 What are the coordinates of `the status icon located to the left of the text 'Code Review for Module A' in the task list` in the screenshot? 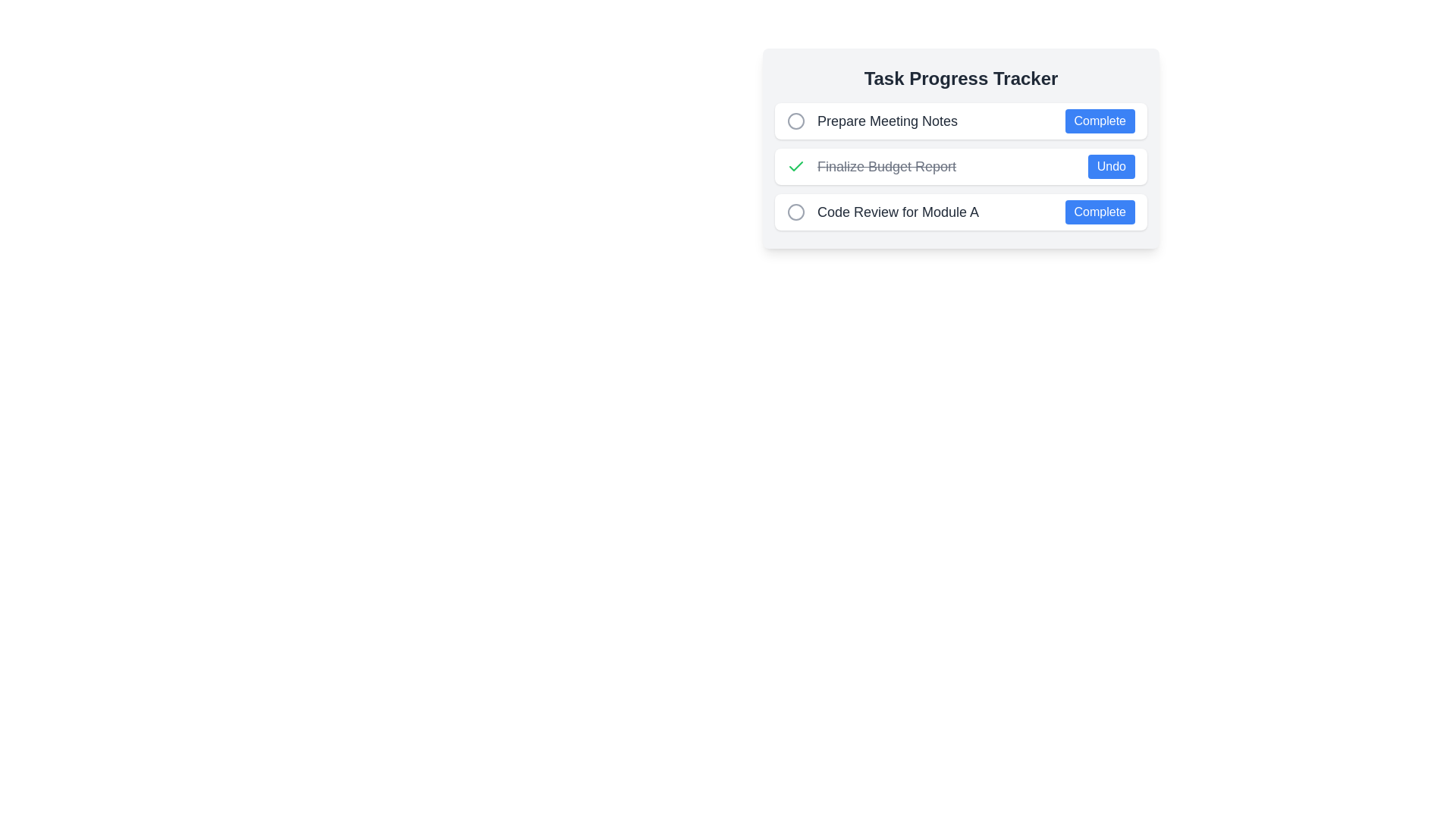 It's located at (795, 212).